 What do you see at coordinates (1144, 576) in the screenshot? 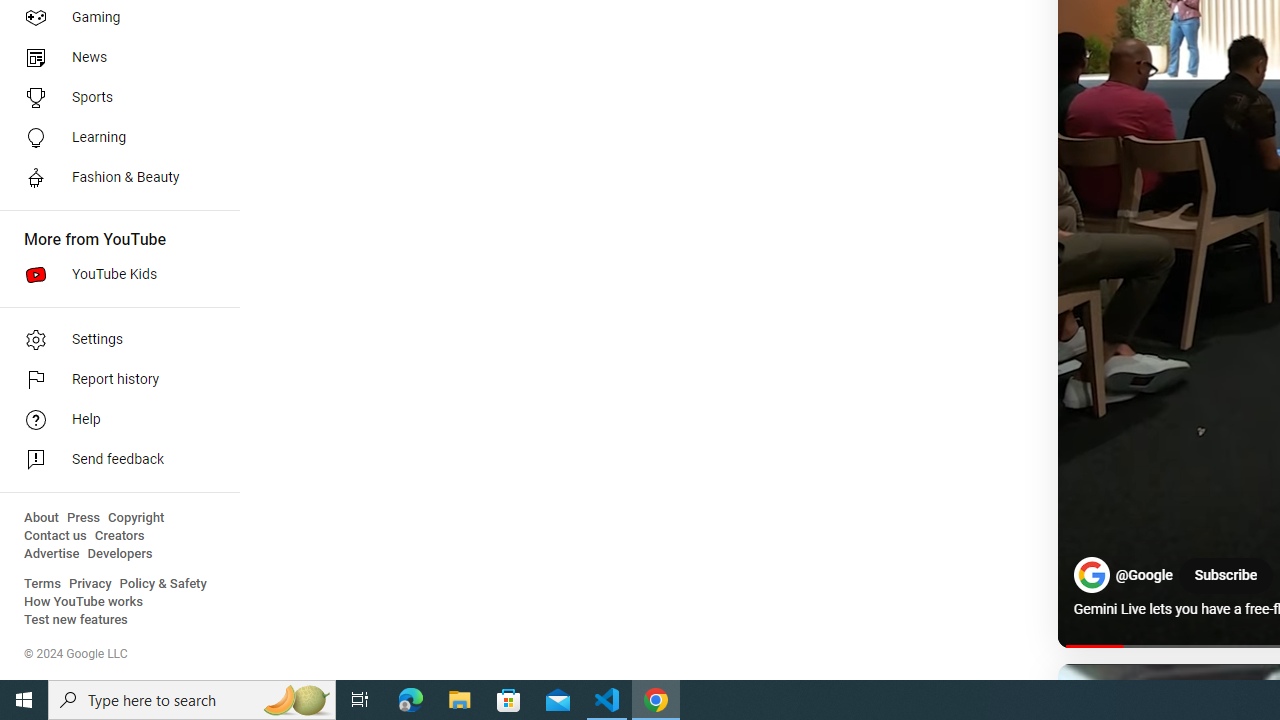
I see `'@Google'` at bounding box center [1144, 576].